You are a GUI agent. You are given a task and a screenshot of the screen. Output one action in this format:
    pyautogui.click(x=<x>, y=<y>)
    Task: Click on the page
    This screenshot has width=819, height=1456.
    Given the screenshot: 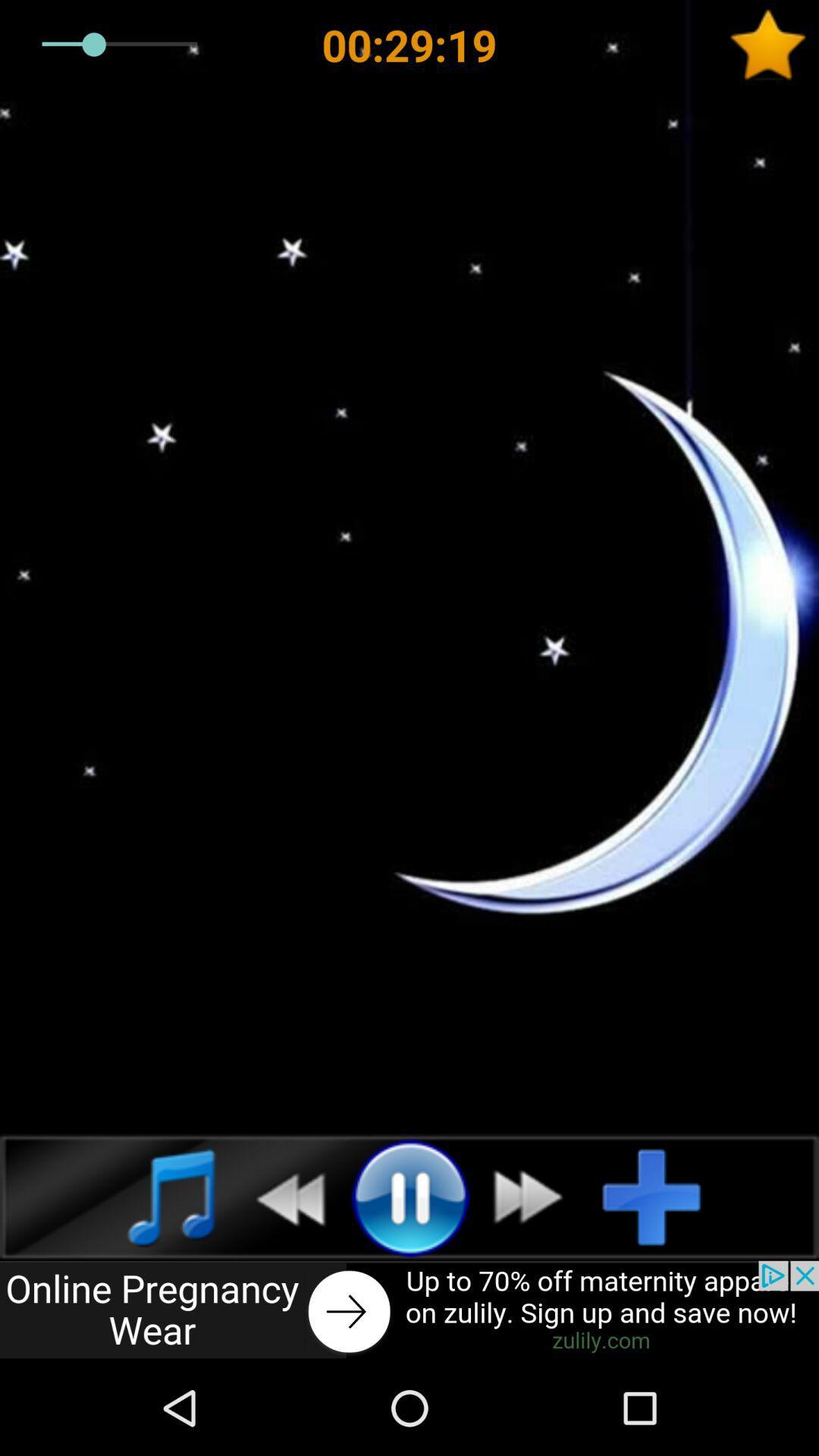 What is the action you would take?
    pyautogui.click(x=773, y=45)
    